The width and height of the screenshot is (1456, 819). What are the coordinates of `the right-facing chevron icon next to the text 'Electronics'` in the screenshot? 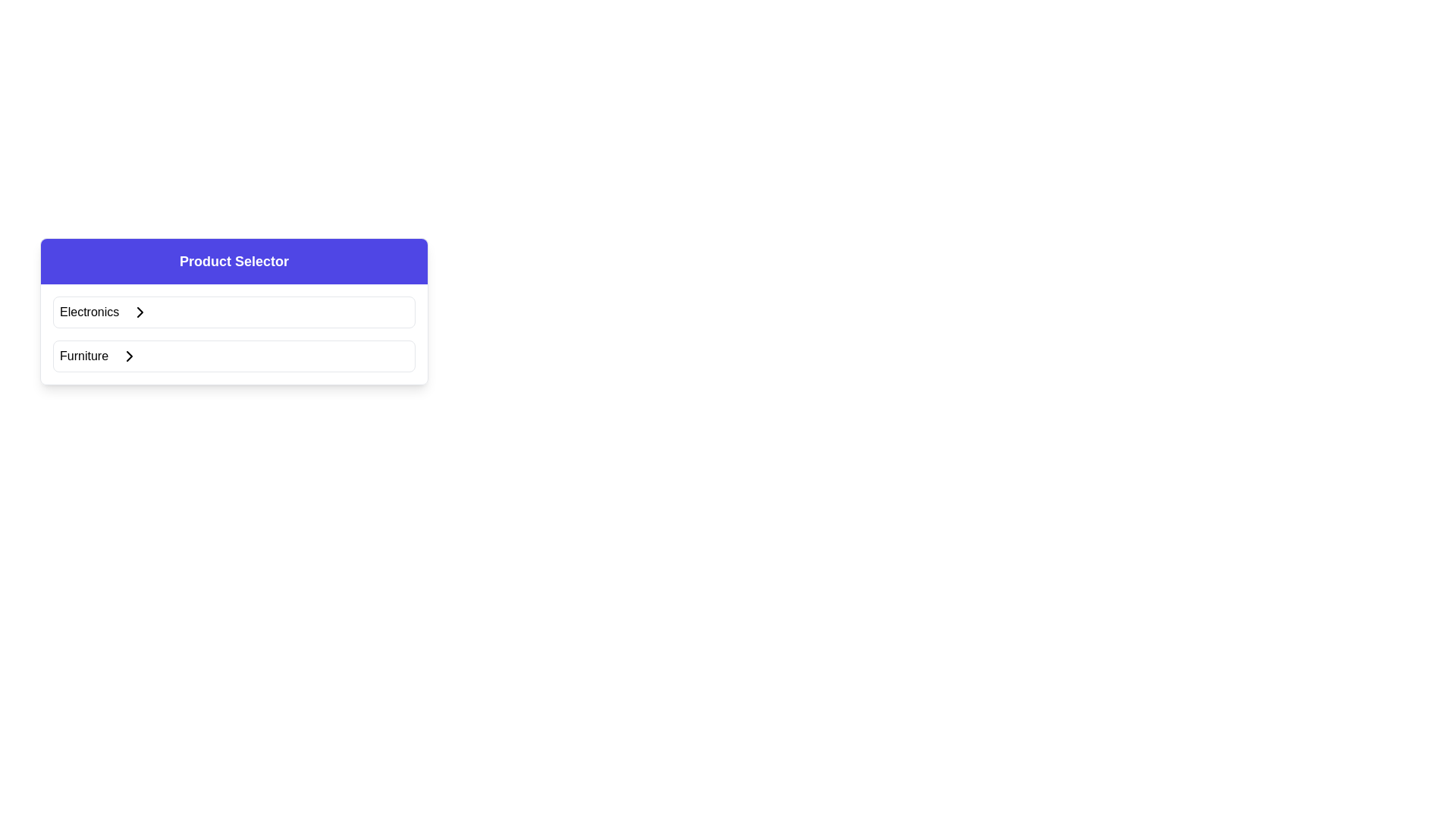 It's located at (140, 312).